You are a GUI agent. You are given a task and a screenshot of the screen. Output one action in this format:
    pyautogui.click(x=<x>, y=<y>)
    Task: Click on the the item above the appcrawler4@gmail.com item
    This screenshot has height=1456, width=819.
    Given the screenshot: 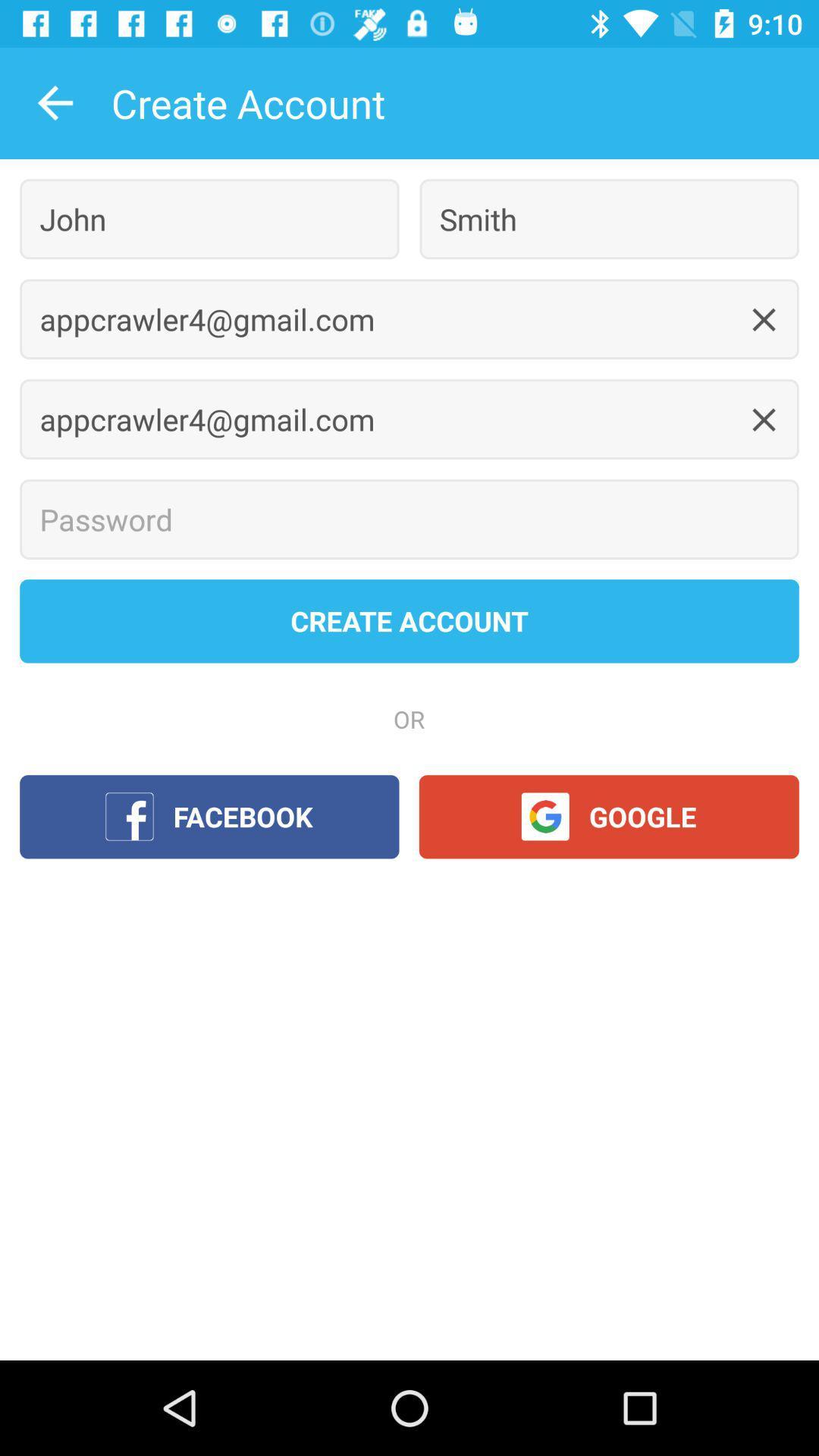 What is the action you would take?
    pyautogui.click(x=209, y=218)
    